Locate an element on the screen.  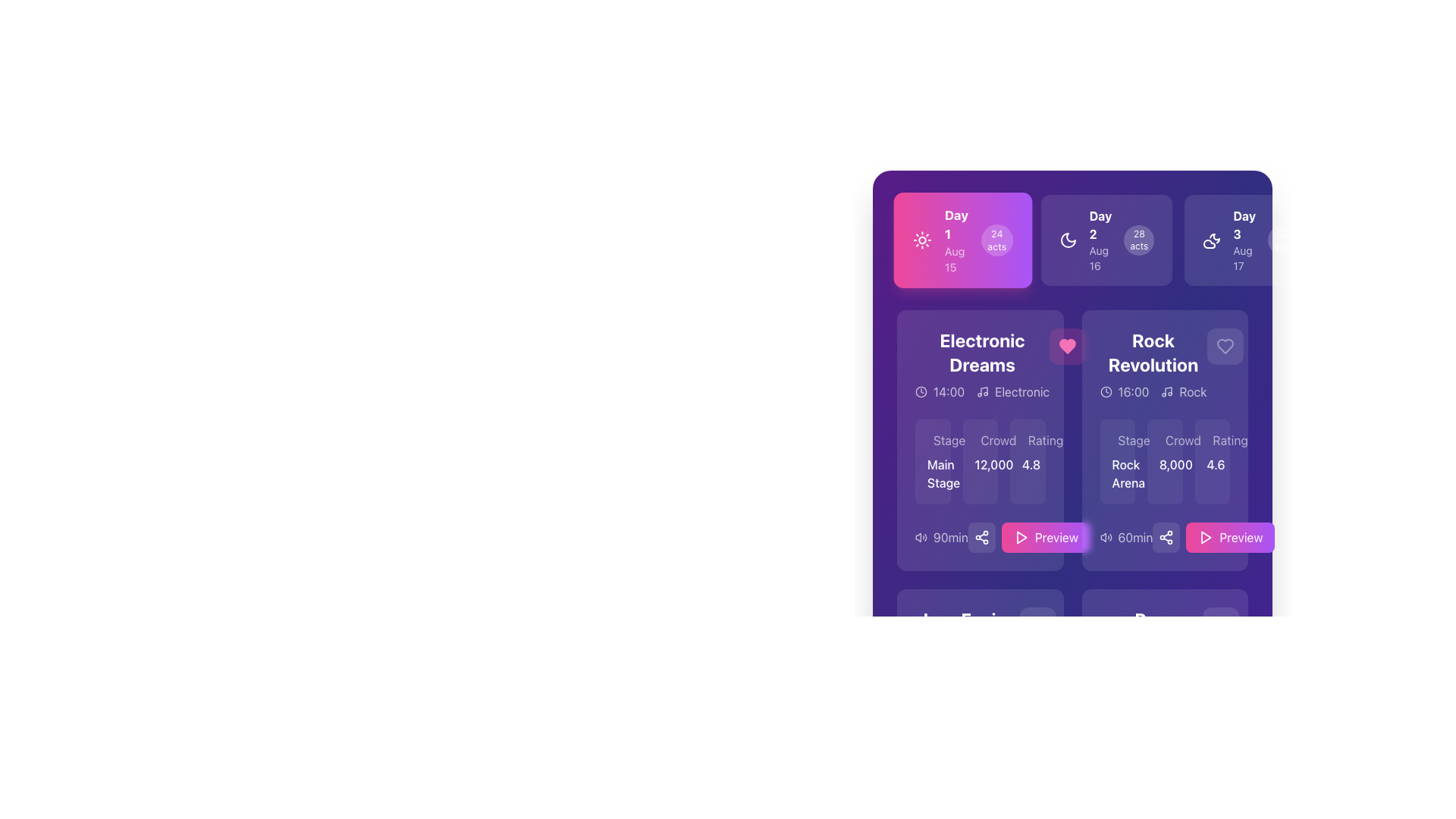
the 'Preview' button which has a gradient background from pink to purple and a triangular play icon on the left is located at coordinates (1230, 537).